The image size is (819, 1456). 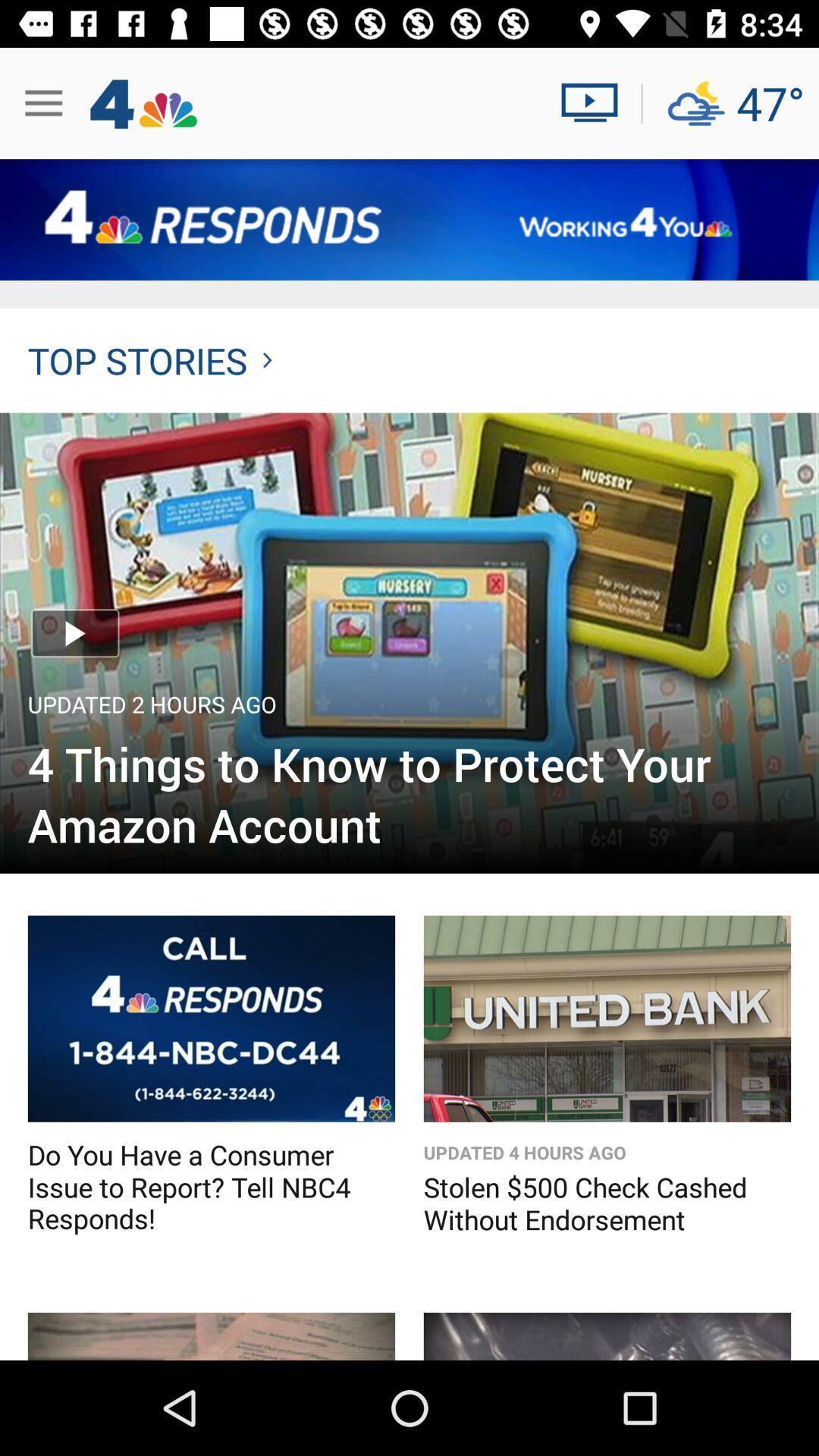 I want to click on icon left to weather icon at top right, so click(x=595, y=102).